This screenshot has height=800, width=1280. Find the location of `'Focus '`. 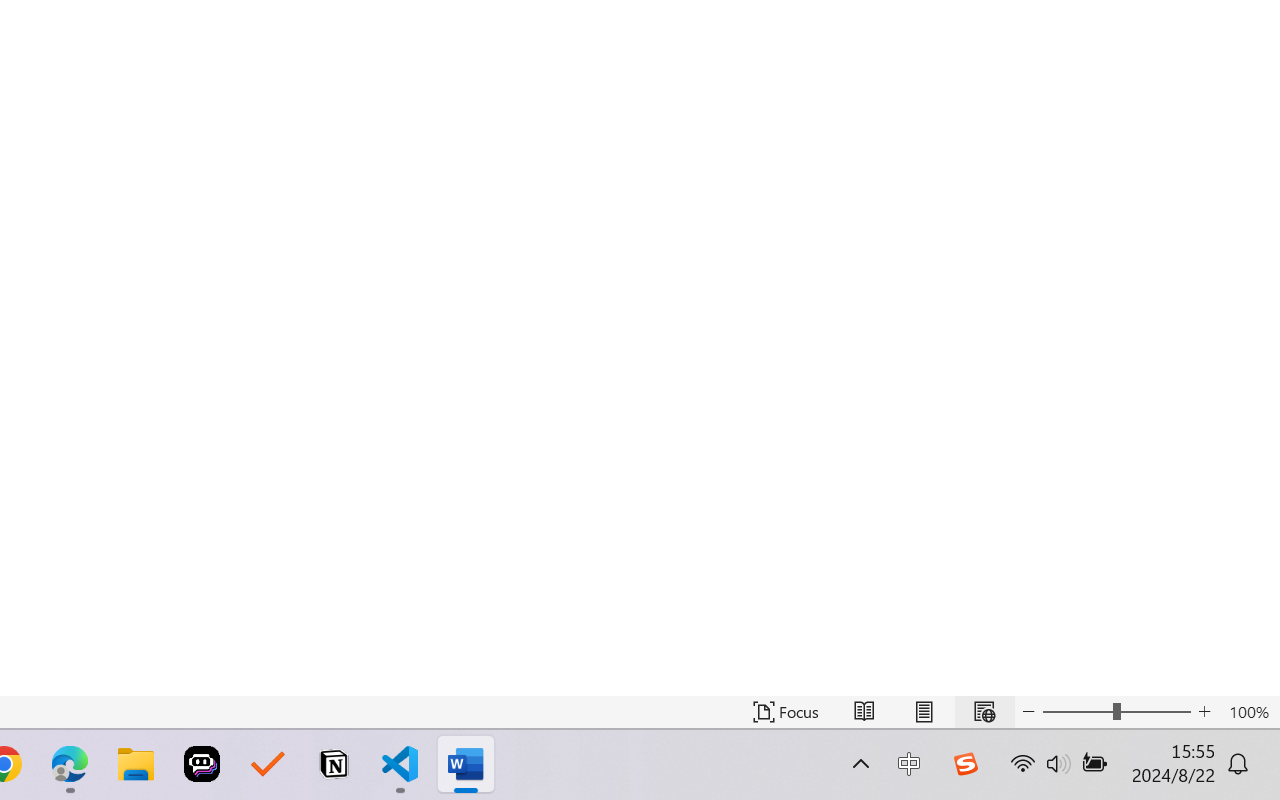

'Focus ' is located at coordinates (785, 711).